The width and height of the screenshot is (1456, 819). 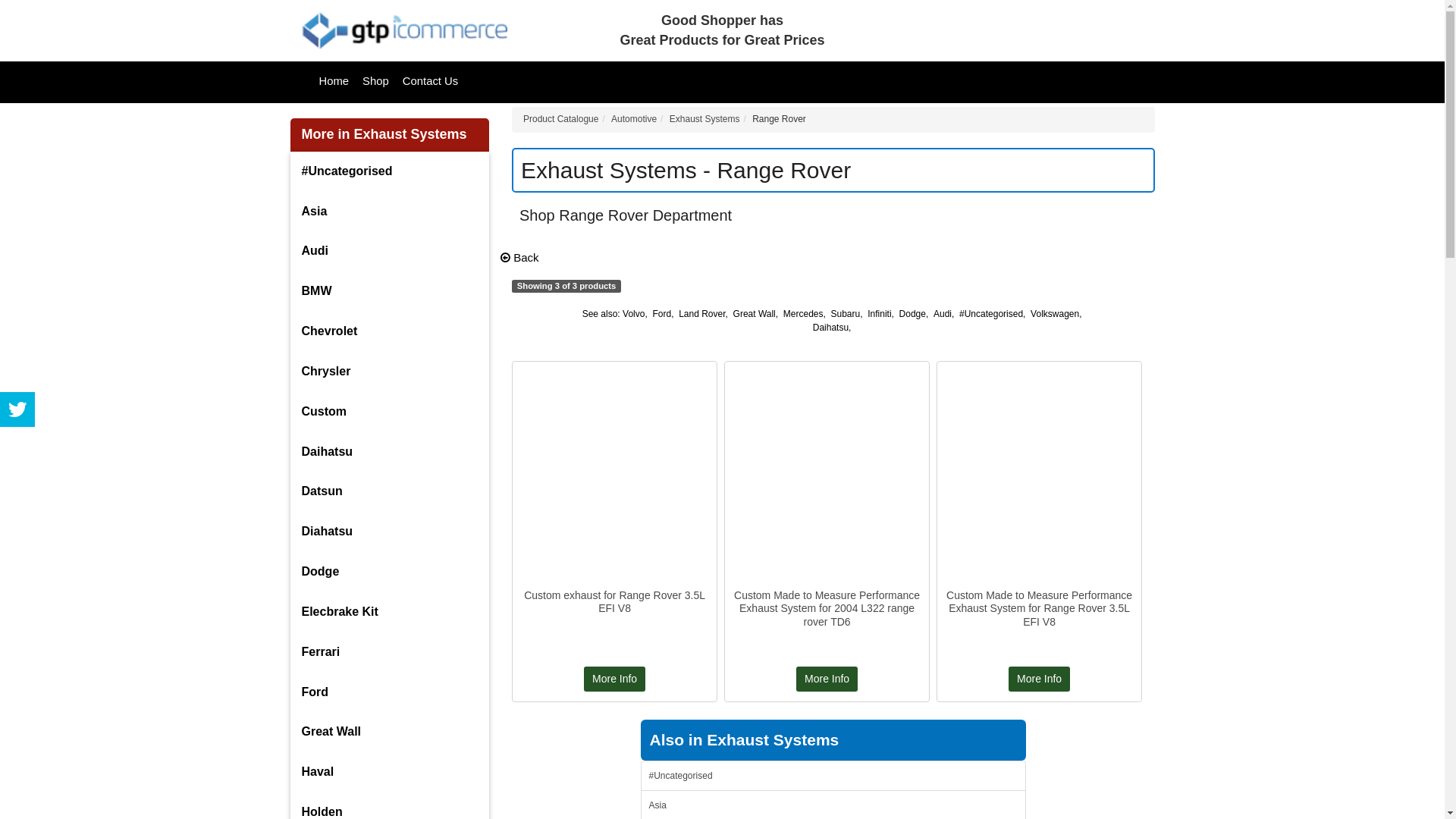 I want to click on 'Product Catalogue', so click(x=560, y=118).